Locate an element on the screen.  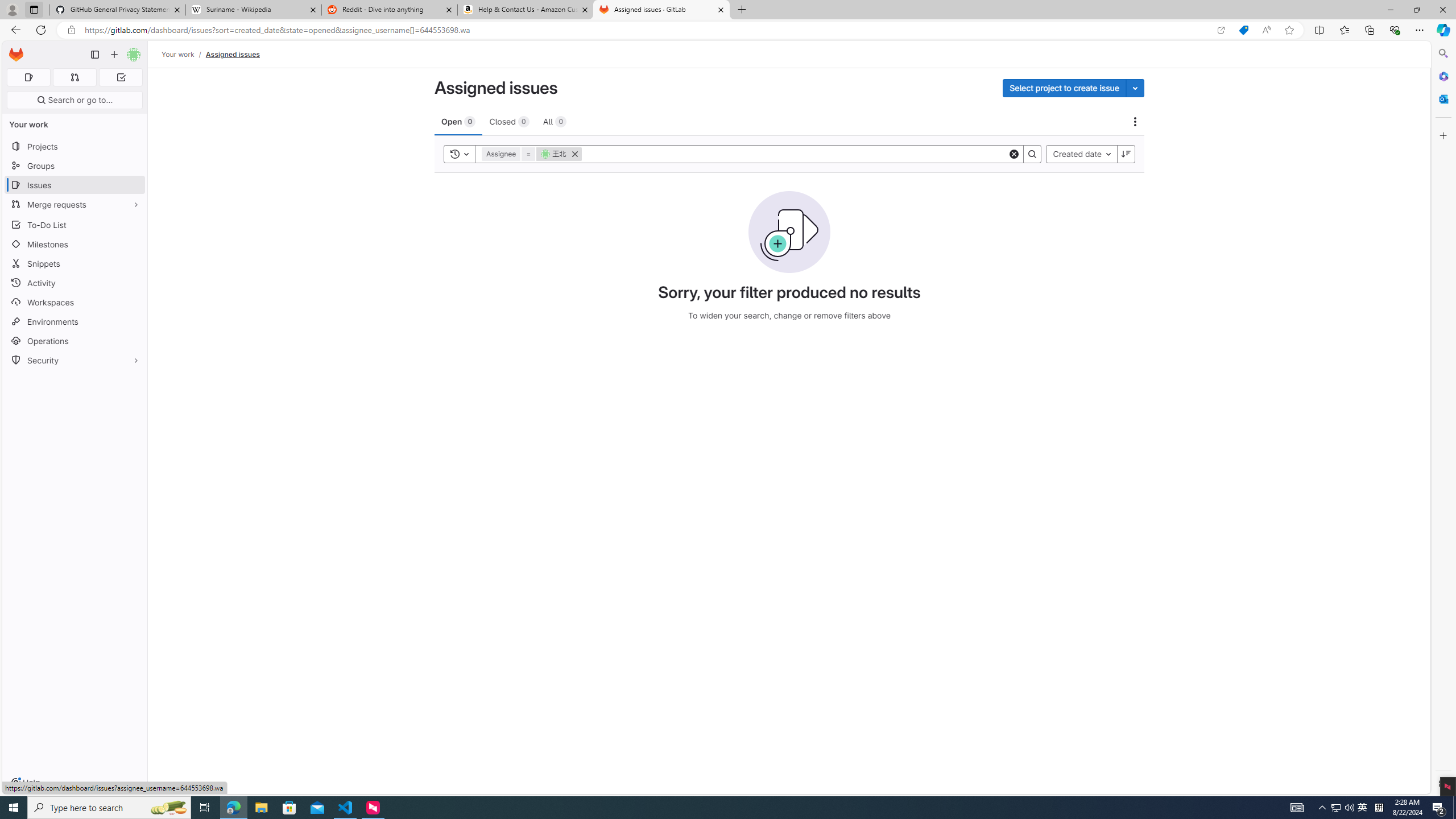
'Your work' is located at coordinates (178, 54).